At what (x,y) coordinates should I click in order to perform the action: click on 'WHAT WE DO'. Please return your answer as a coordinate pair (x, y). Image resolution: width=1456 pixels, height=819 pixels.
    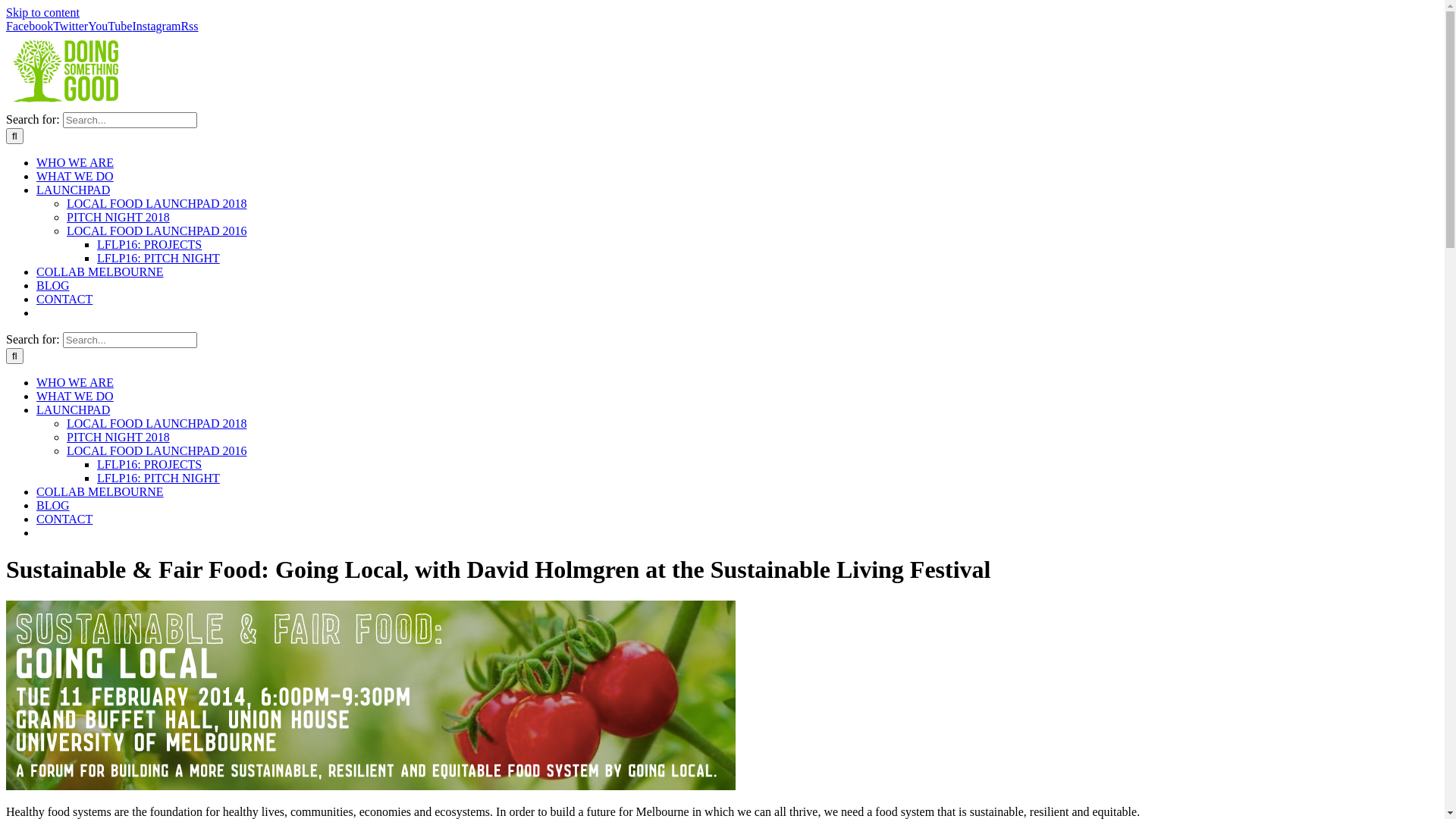
    Looking at the image, I should click on (36, 175).